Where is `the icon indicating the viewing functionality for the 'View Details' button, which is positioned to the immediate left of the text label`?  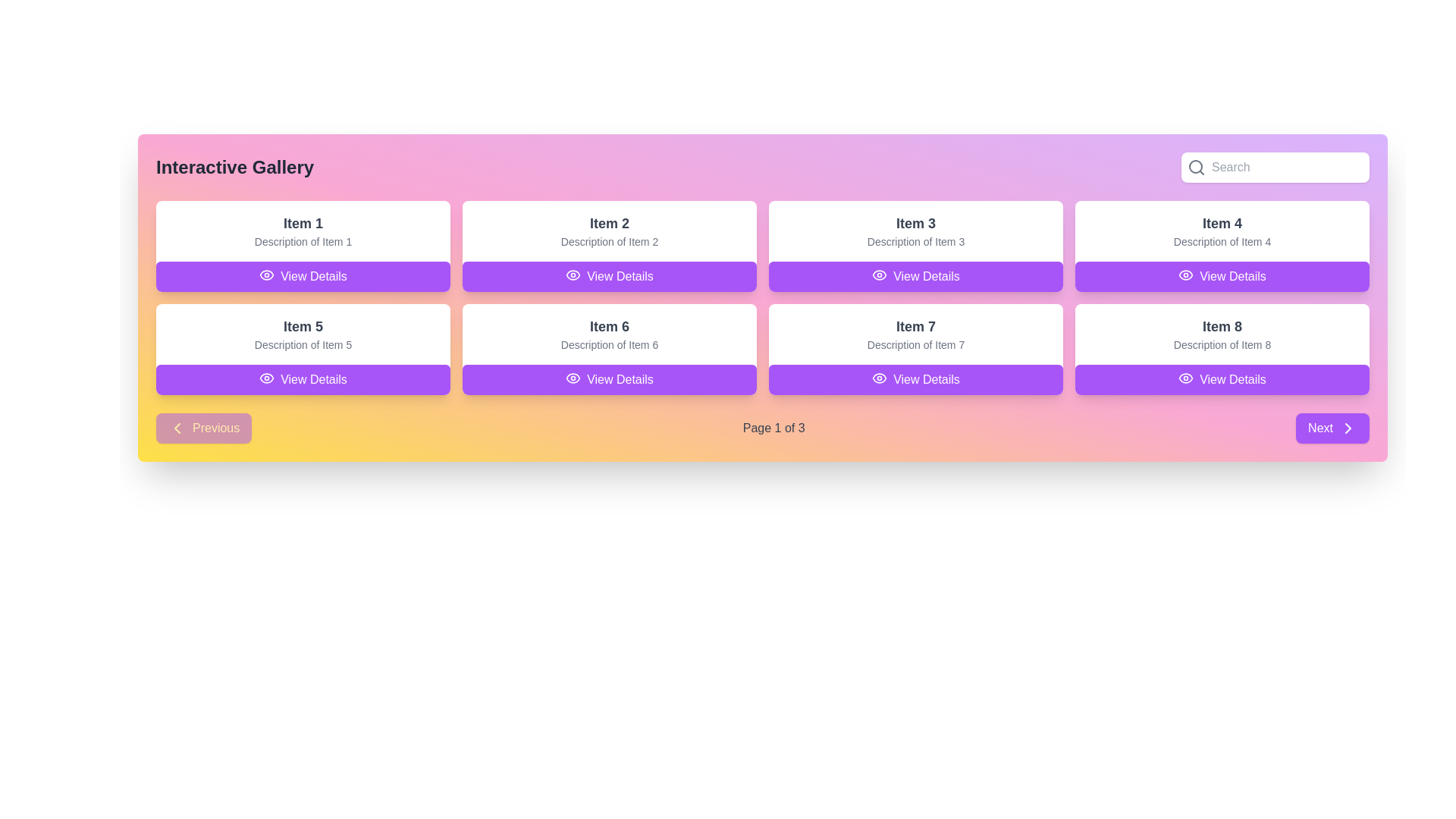 the icon indicating the viewing functionality for the 'View Details' button, which is positioned to the immediate left of the text label is located at coordinates (1185, 377).